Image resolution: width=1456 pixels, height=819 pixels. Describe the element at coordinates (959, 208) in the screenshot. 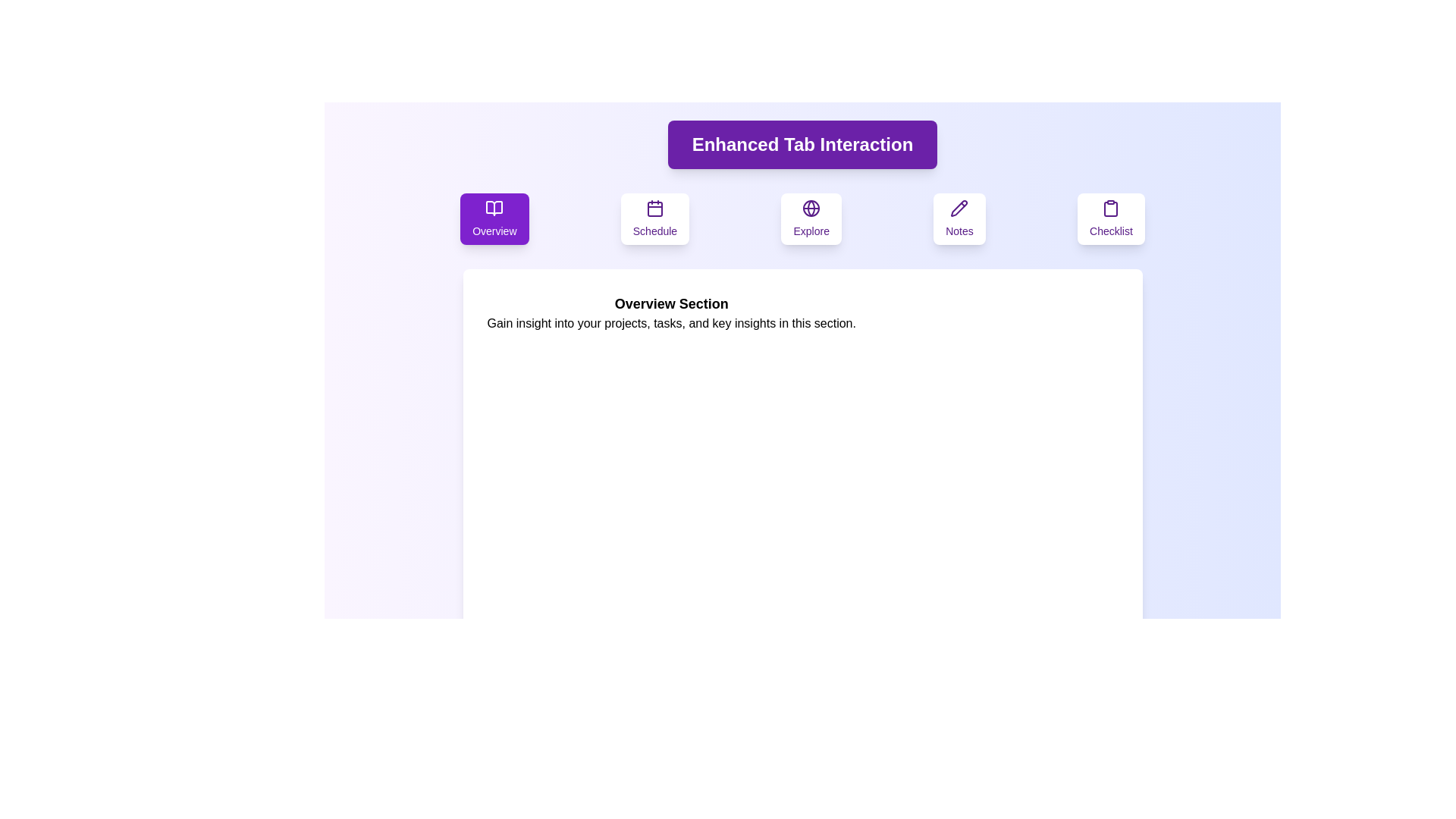

I see `the pencil icon located within the 'Notes' button in the navigation bar` at that location.